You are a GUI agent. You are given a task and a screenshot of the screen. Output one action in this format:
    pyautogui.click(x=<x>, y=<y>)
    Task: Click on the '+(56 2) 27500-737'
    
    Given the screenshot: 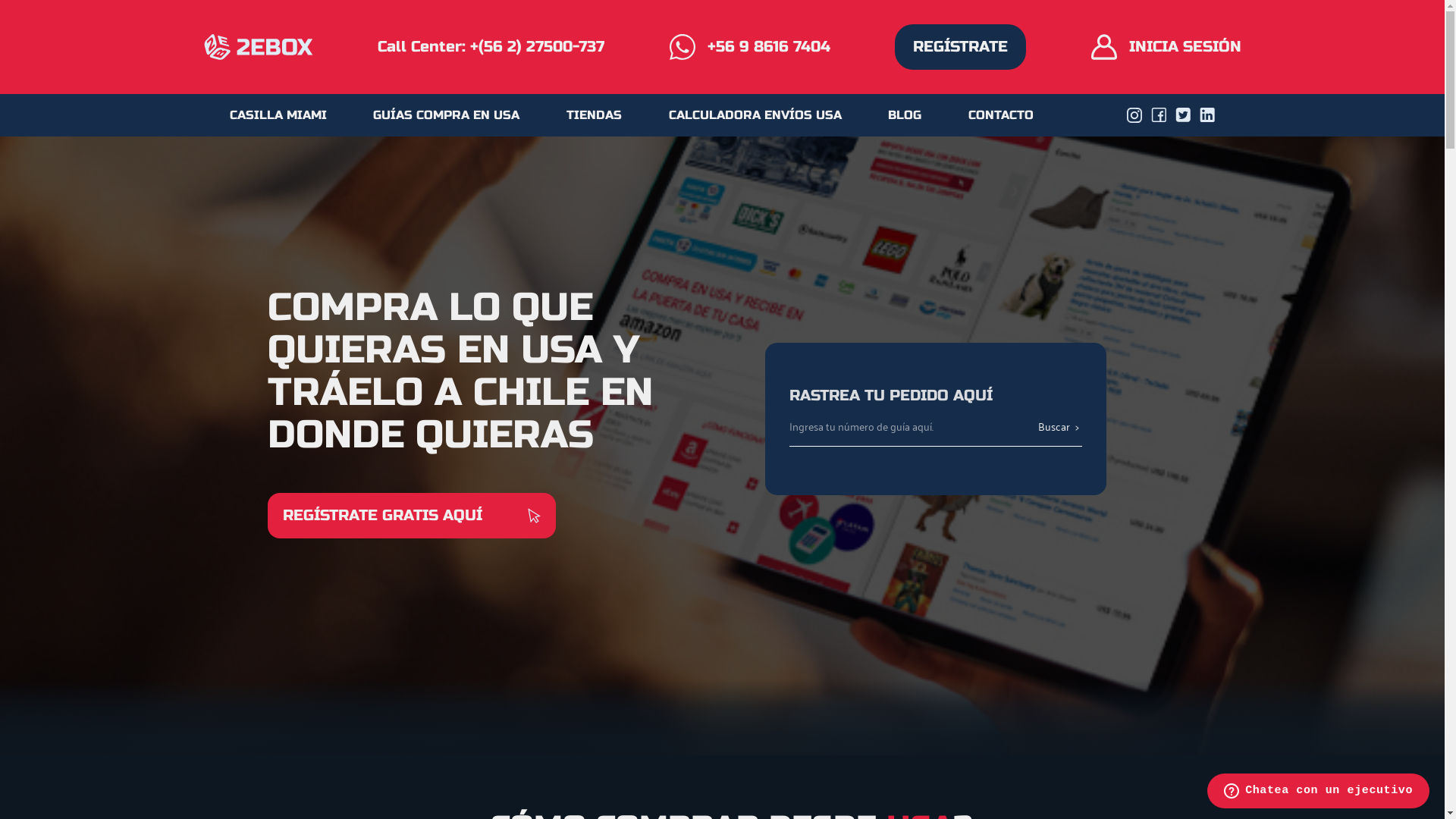 What is the action you would take?
    pyautogui.click(x=537, y=45)
    